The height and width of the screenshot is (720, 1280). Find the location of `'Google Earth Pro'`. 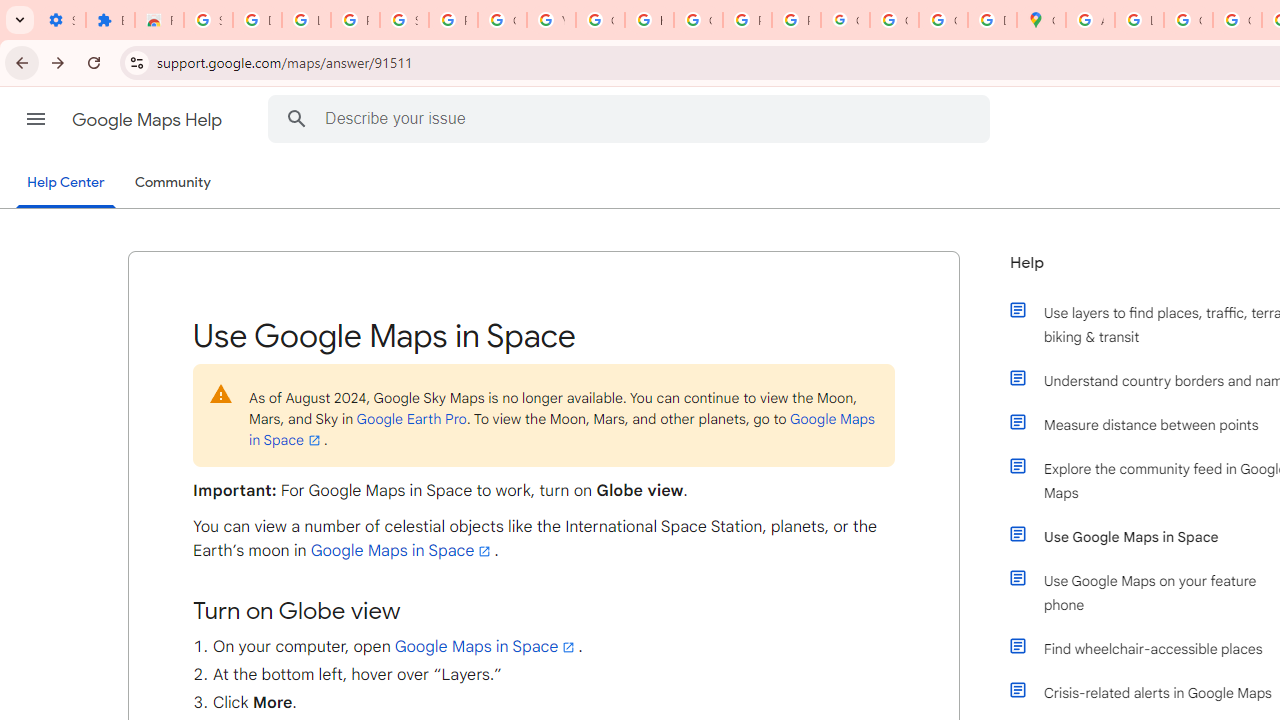

'Google Earth Pro' is located at coordinates (410, 417).